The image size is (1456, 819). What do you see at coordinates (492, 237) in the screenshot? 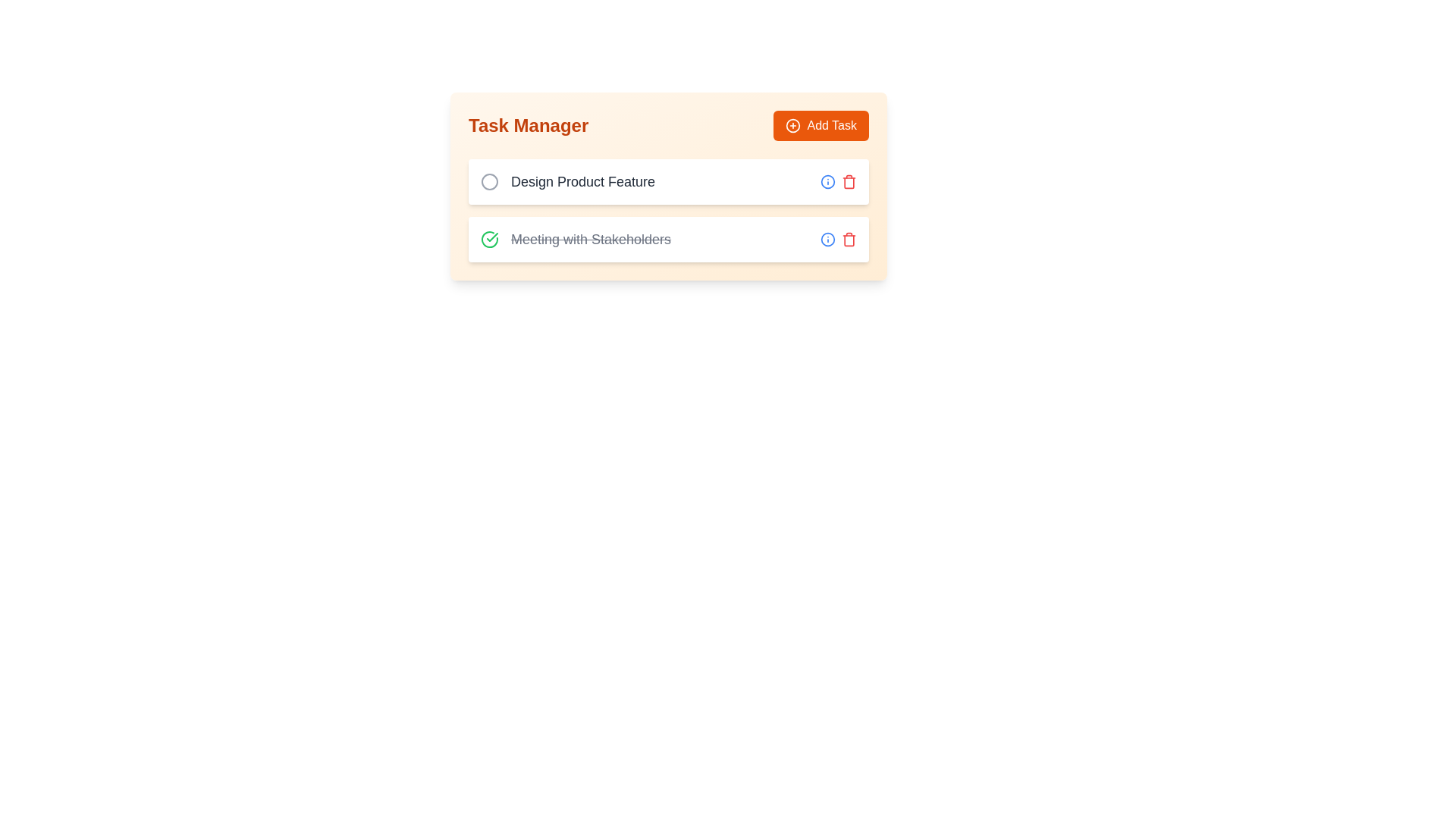
I see `the green checkmark icon located to the left of the text 'Meeting with Stakeholders' in the task list, which indicates that the associated task is marked as completed` at bounding box center [492, 237].